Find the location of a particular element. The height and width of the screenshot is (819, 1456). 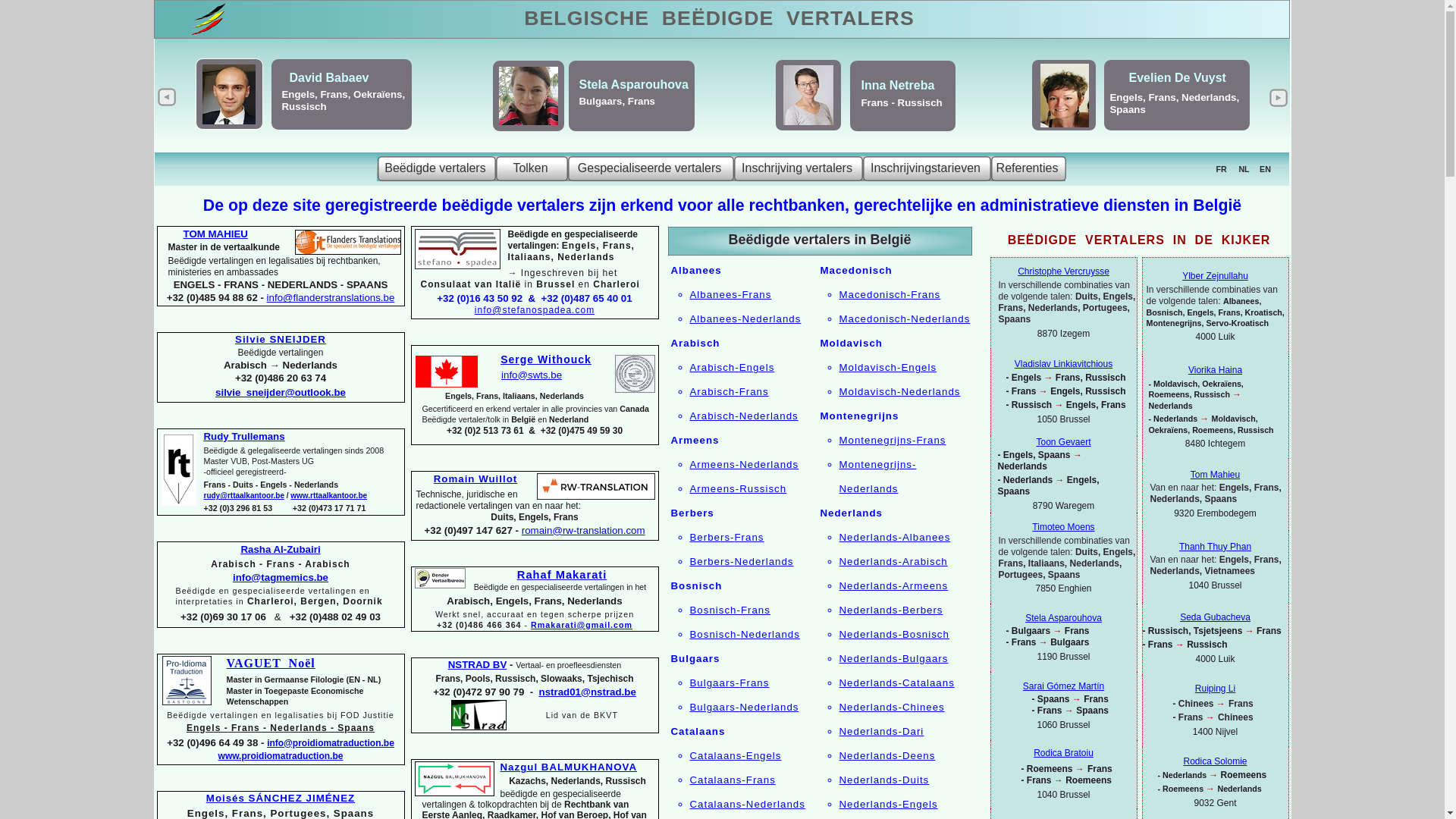

'info@stefanospadea.com' is located at coordinates (535, 309).